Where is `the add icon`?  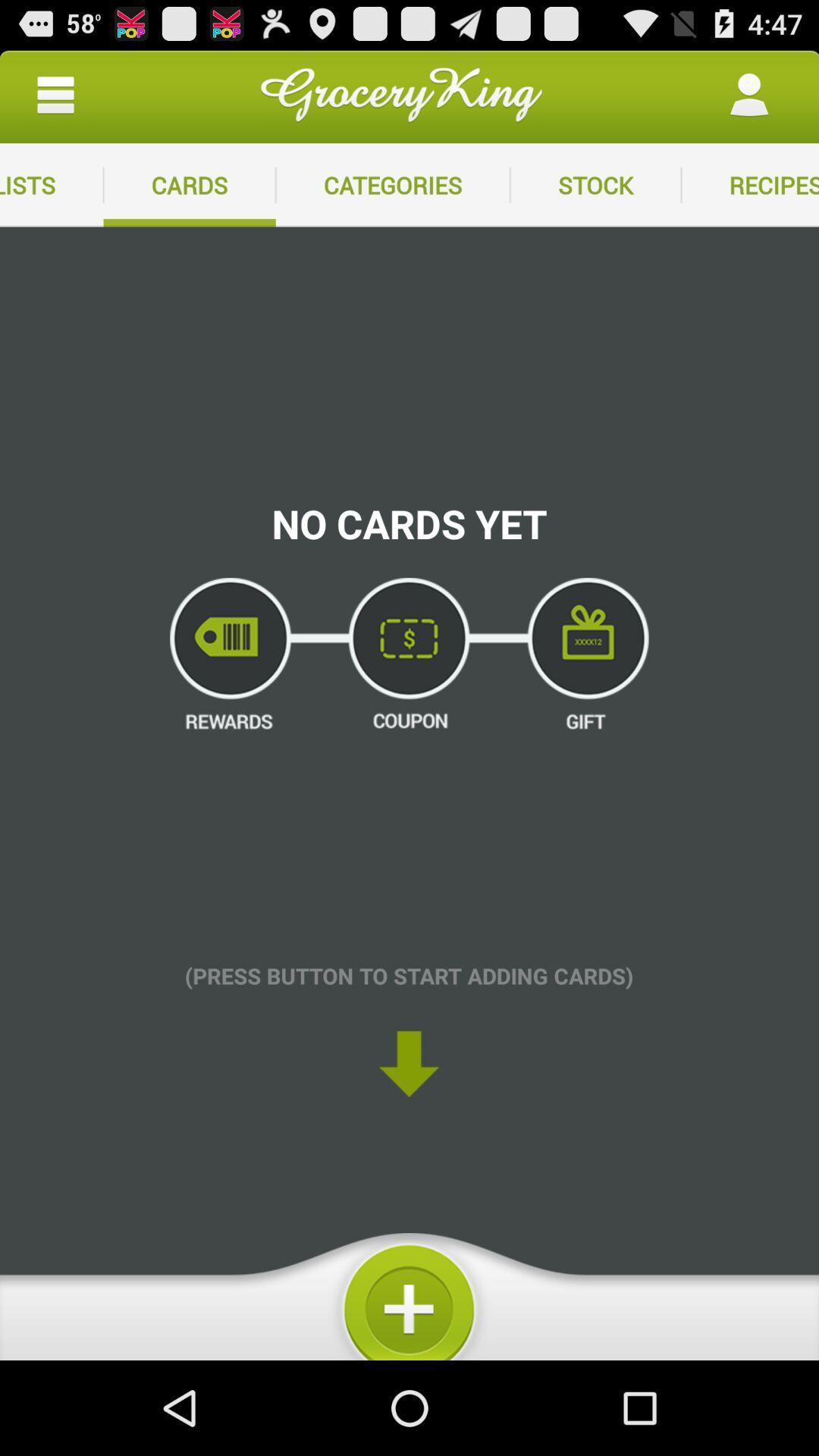
the add icon is located at coordinates (409, 1381).